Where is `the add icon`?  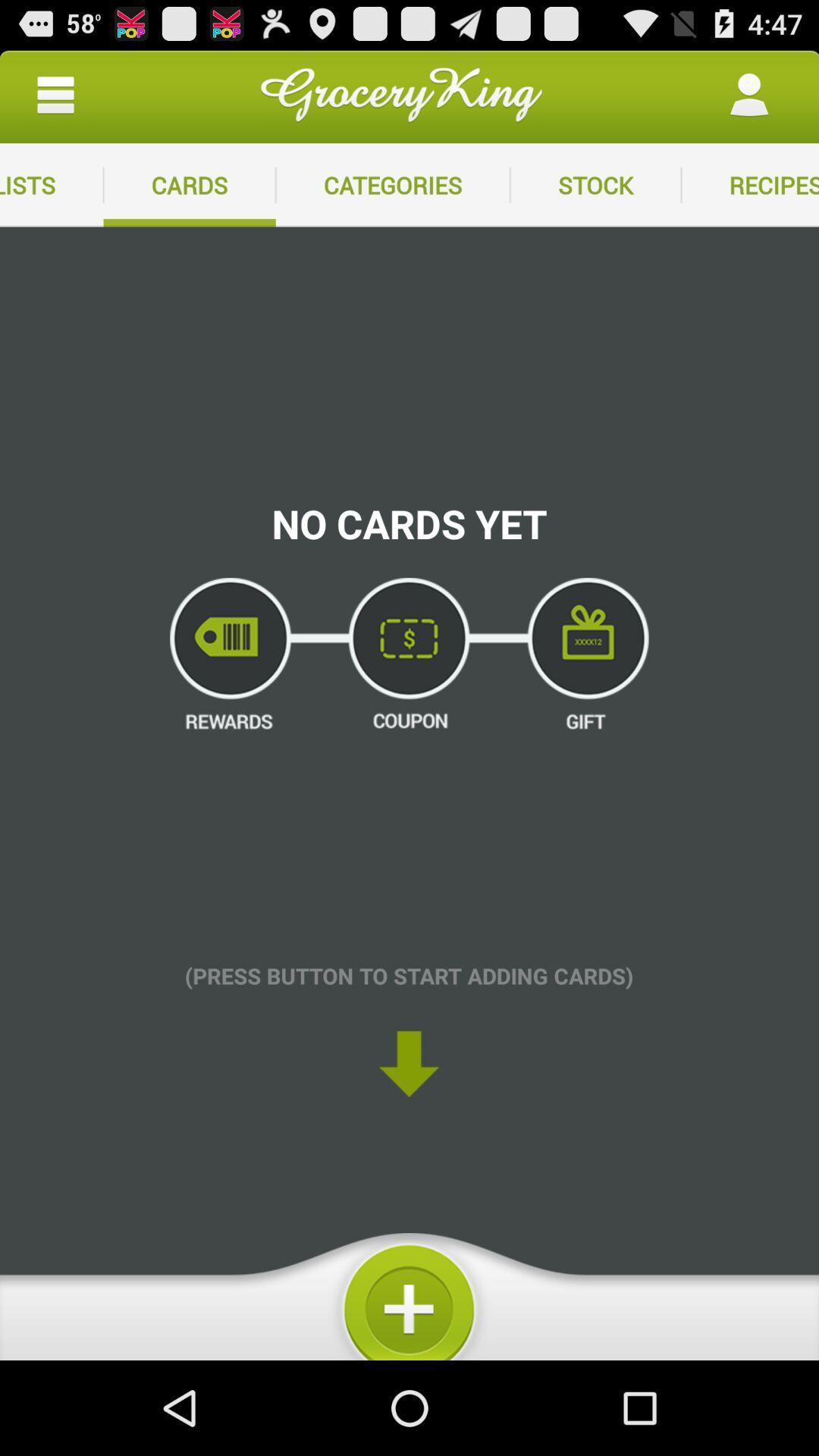
the add icon is located at coordinates (409, 1381).